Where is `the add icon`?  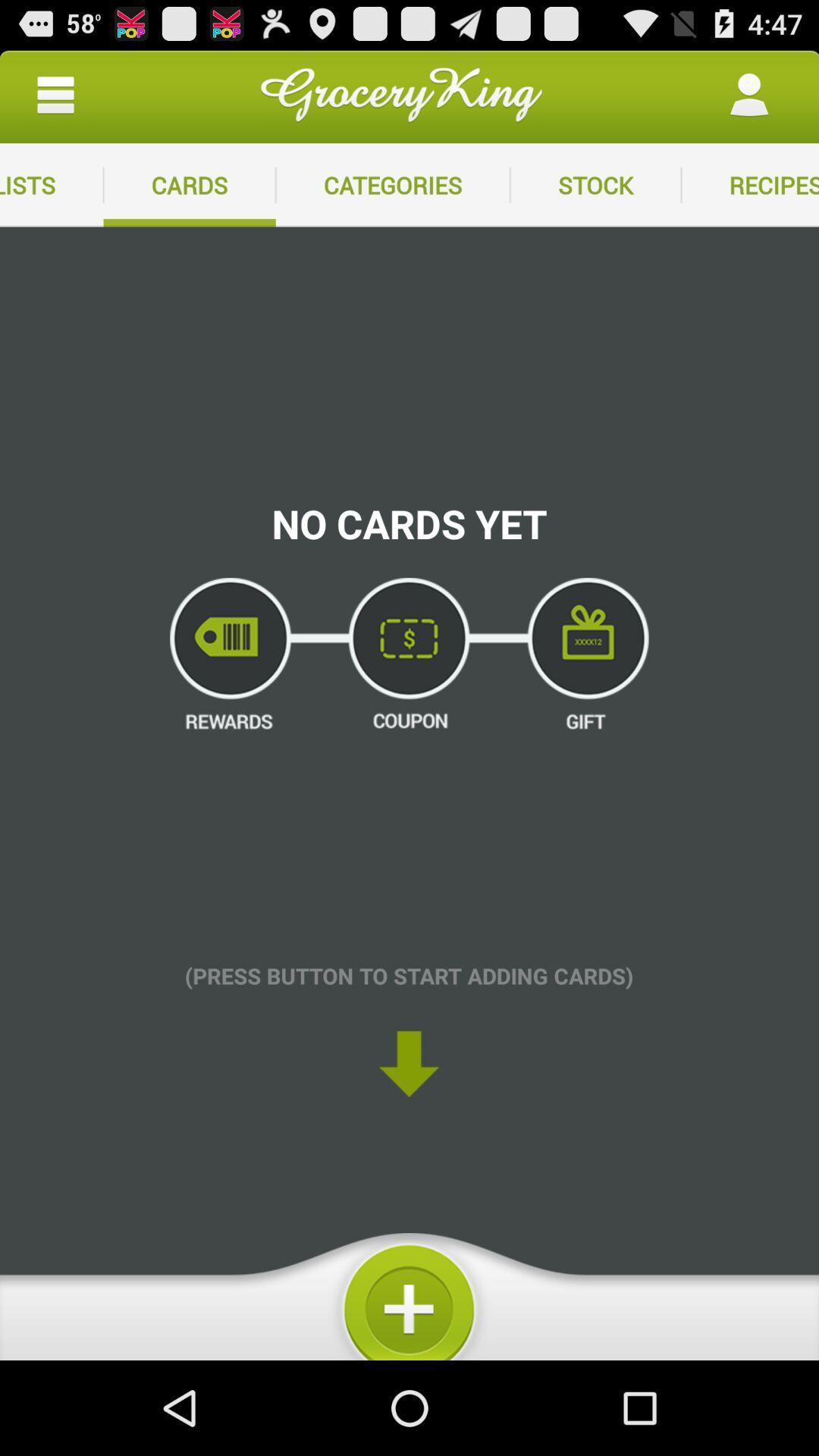
the add icon is located at coordinates (409, 1381).